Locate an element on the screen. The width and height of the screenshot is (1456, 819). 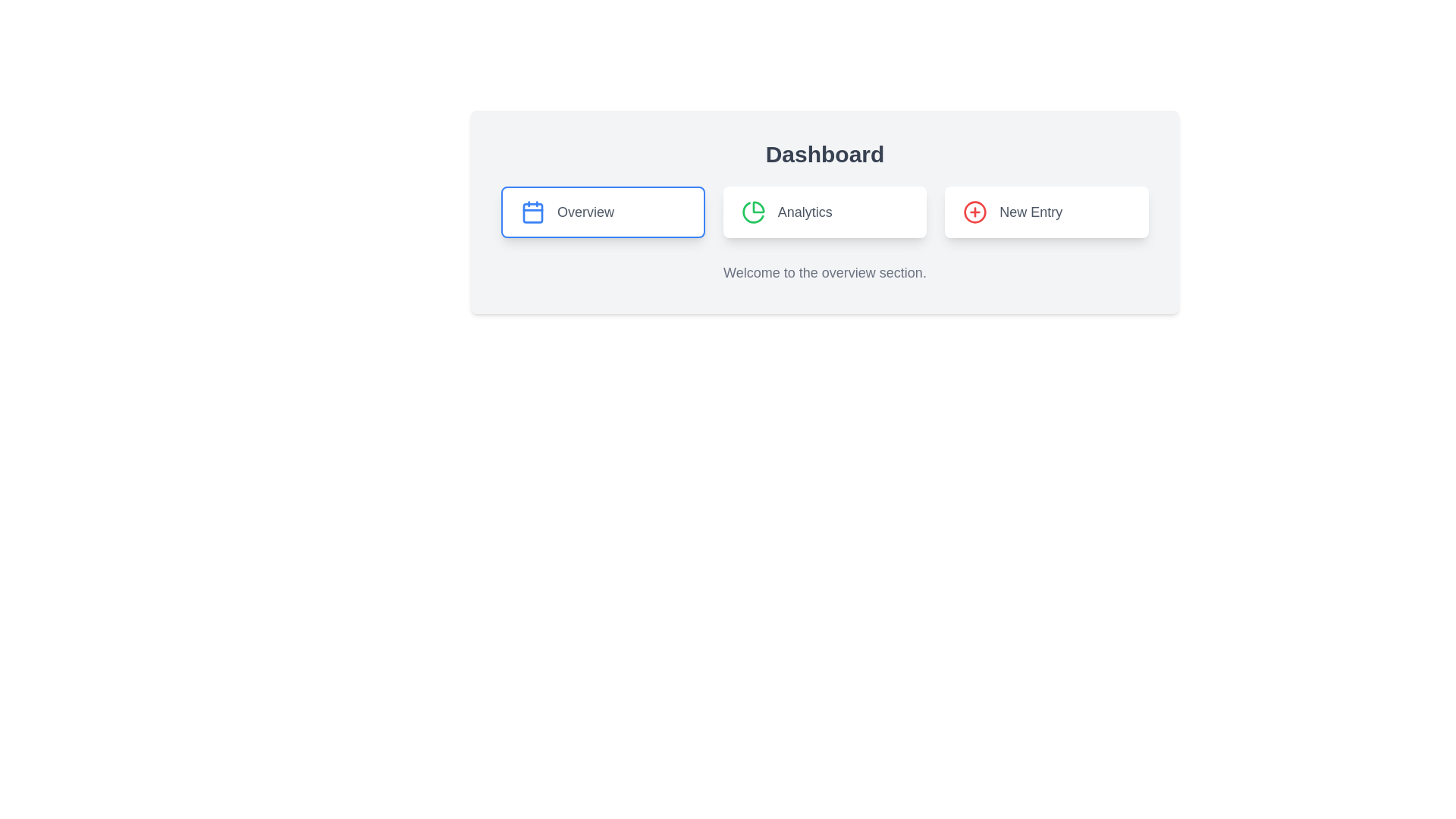
the static text label reading 'Overview', which is part of a button with a blue border and an icon to its left is located at coordinates (585, 212).